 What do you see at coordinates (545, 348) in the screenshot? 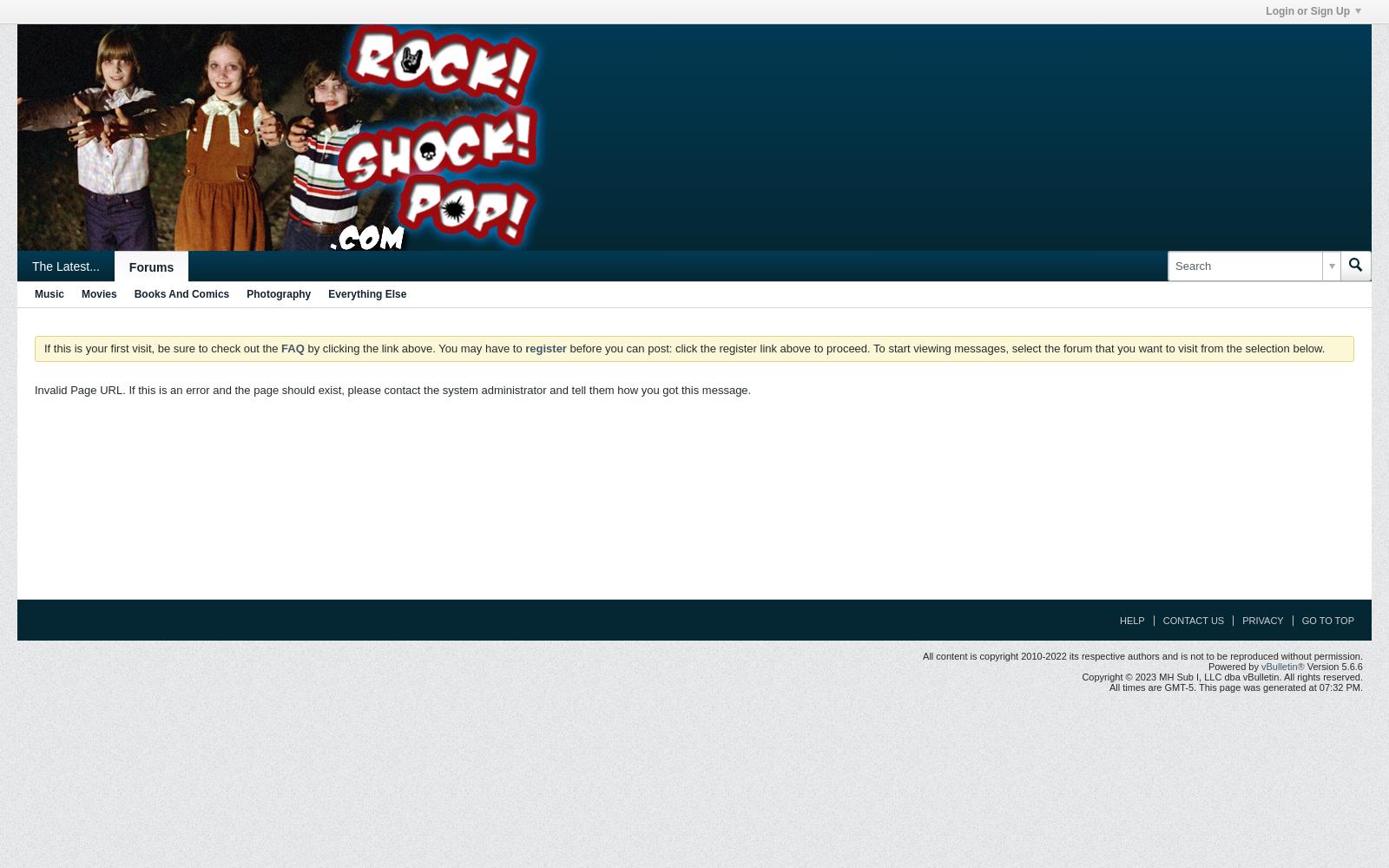
I see `'register'` at bounding box center [545, 348].